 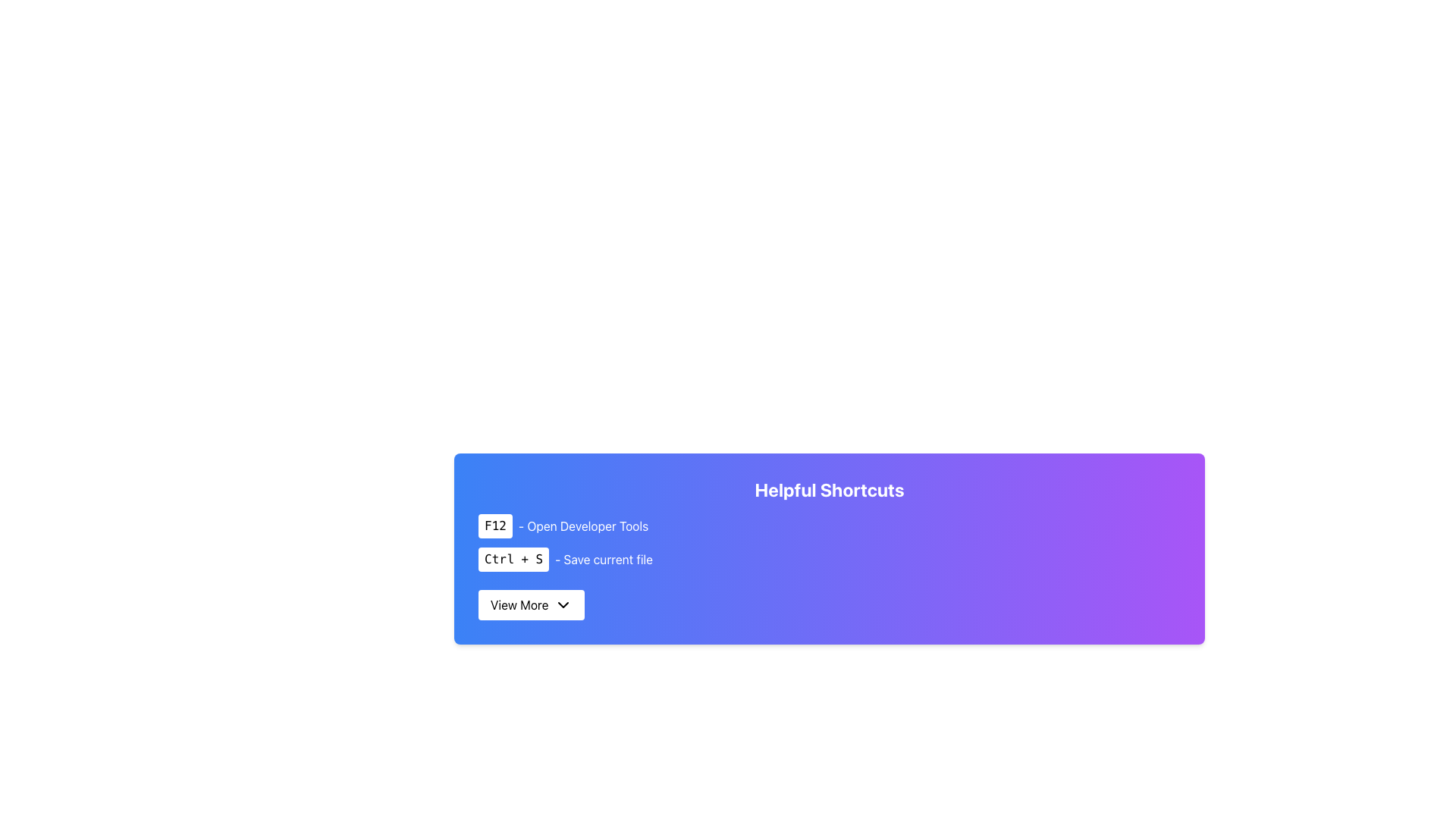 I want to click on displayed text of the text label that reads '- Open Developer Tools' located in the bottom-left area of the interface under the 'Helpful Shortcuts' heading, so click(x=582, y=526).